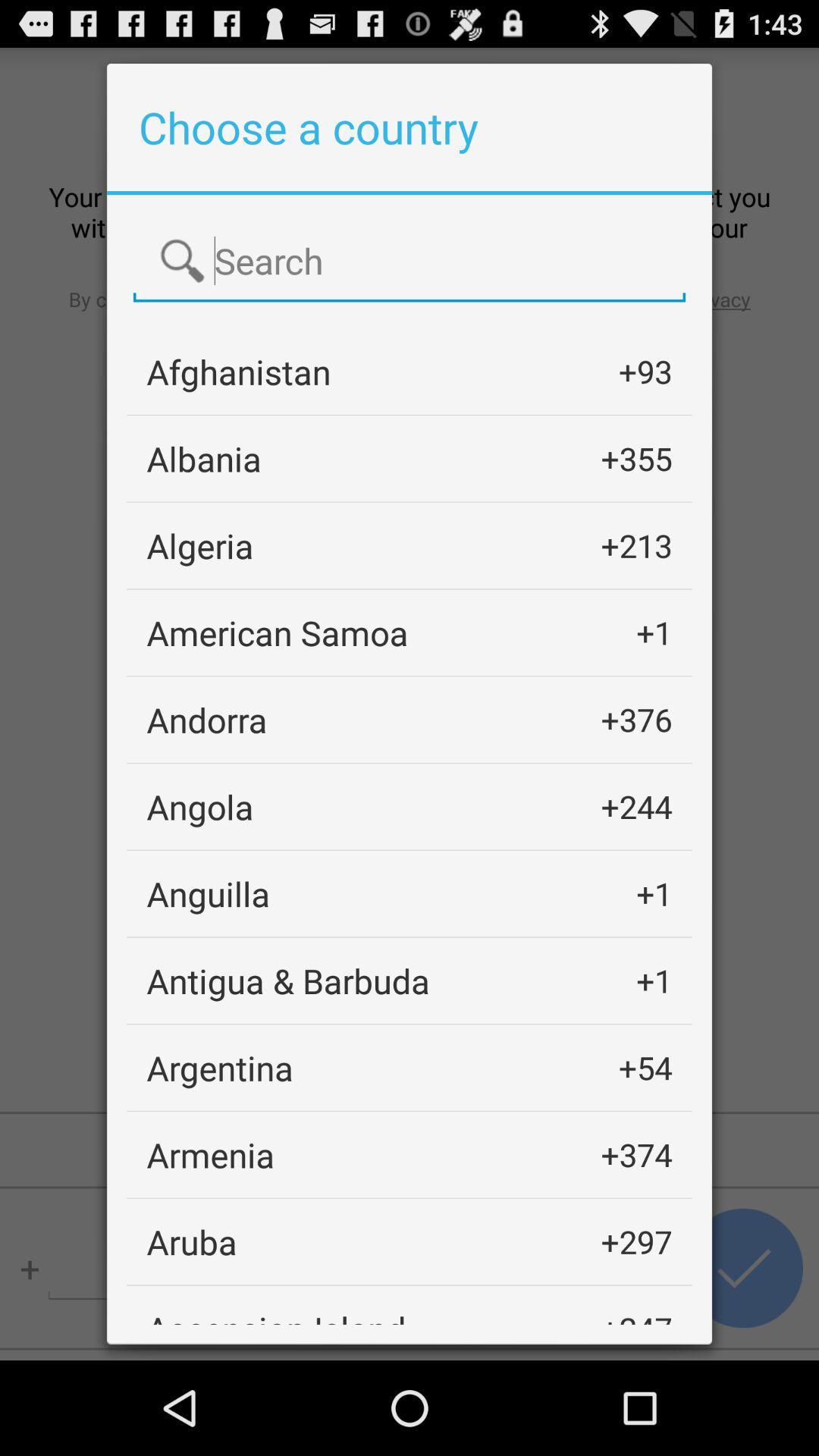  I want to click on algeria, so click(199, 545).